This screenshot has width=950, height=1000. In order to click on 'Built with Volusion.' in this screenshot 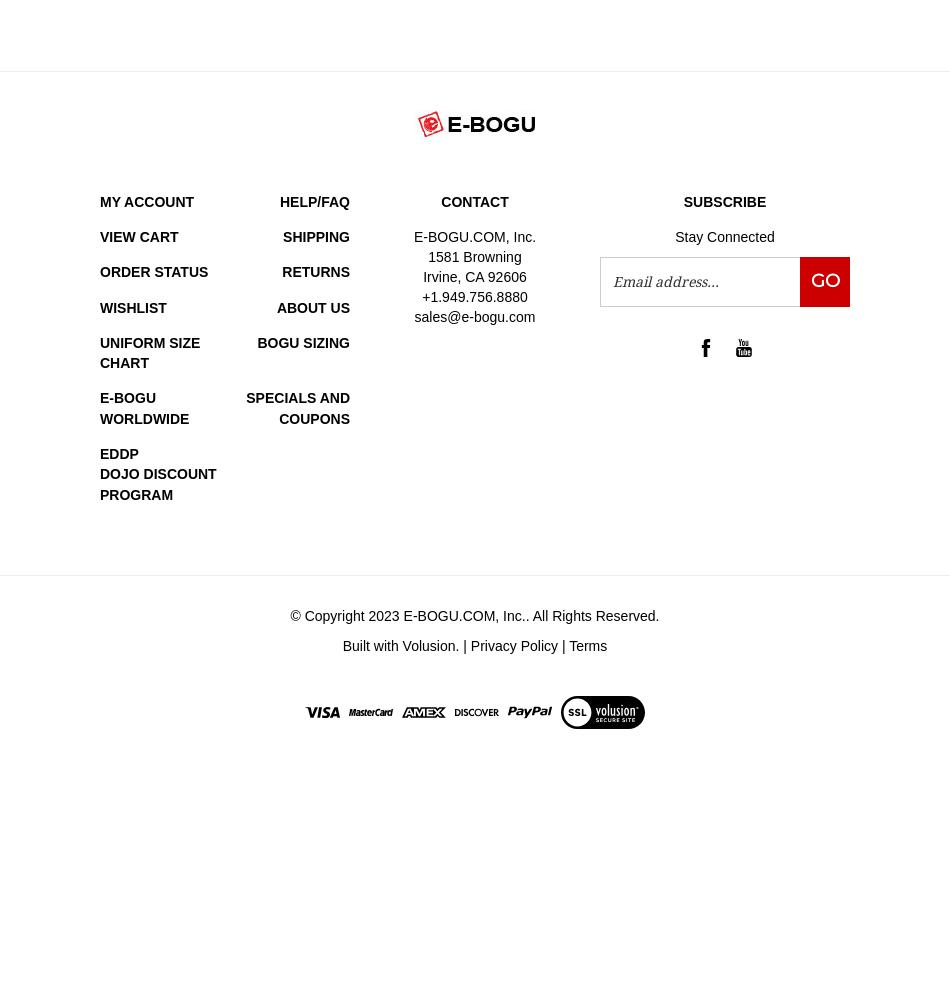, I will do `click(401, 645)`.